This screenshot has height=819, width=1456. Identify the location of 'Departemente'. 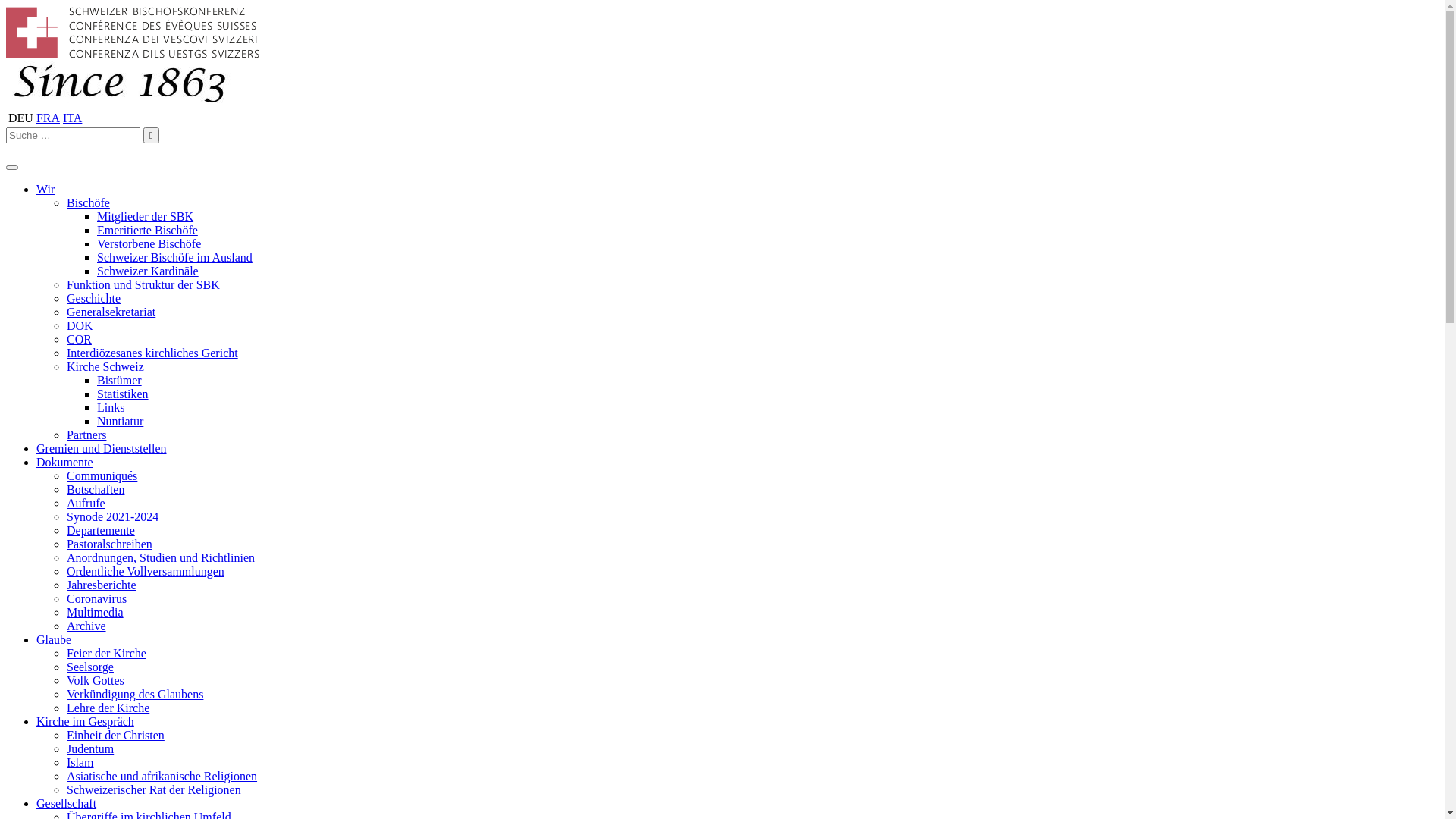
(100, 529).